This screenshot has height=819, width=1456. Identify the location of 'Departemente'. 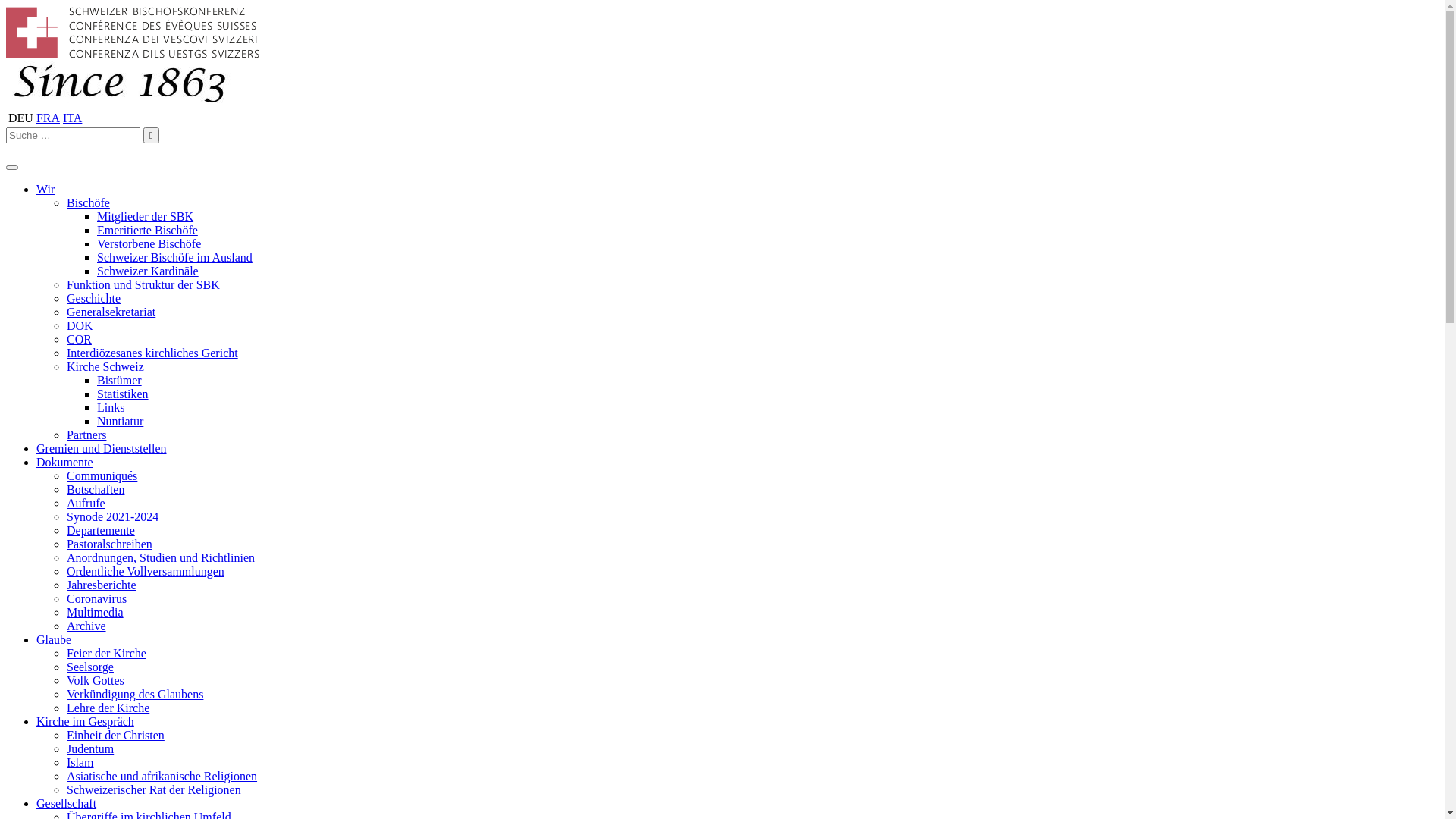
(100, 529).